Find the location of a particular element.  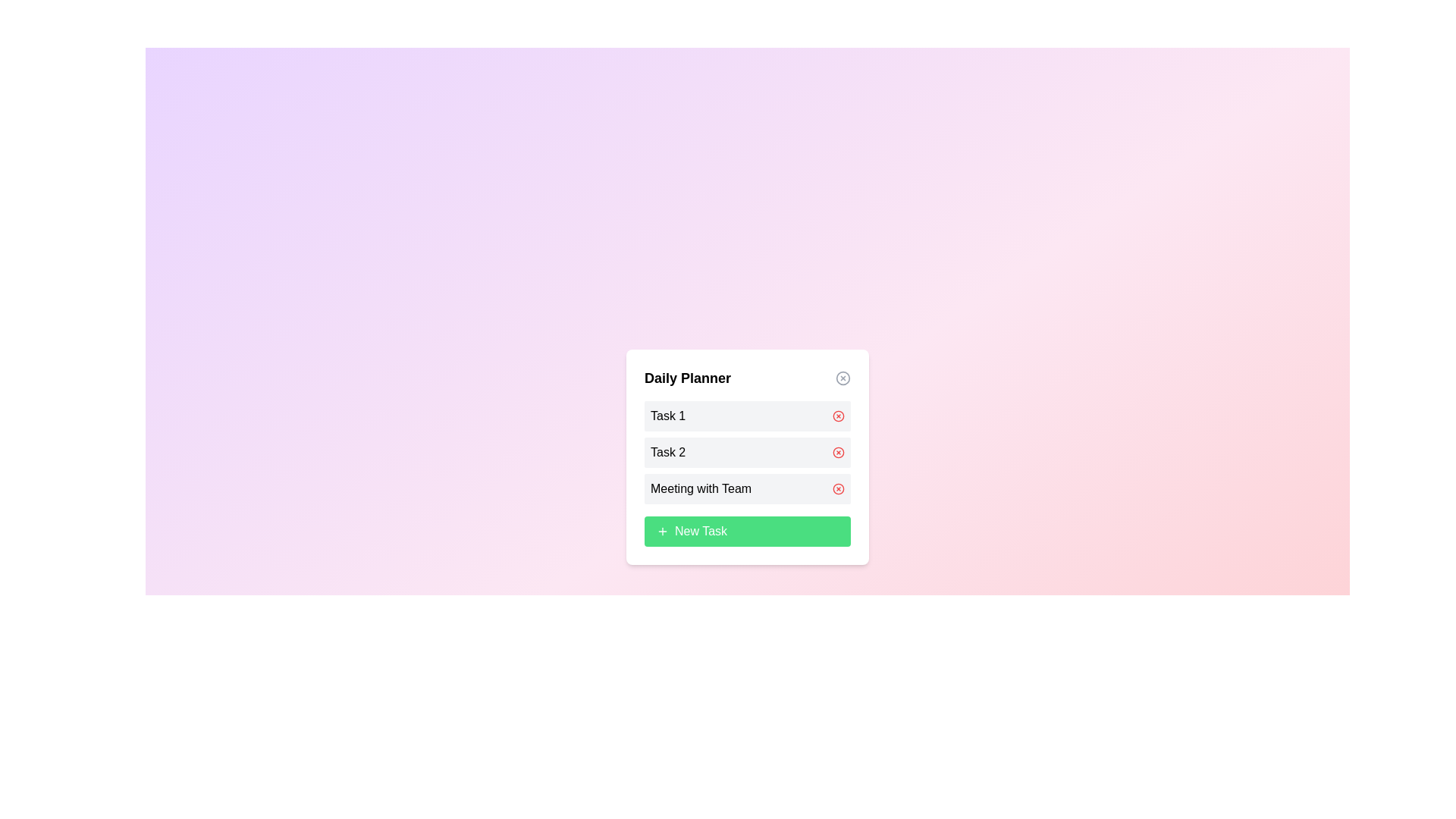

the task labeled 'Task 1' by clicking its associated delete button is located at coordinates (837, 416).